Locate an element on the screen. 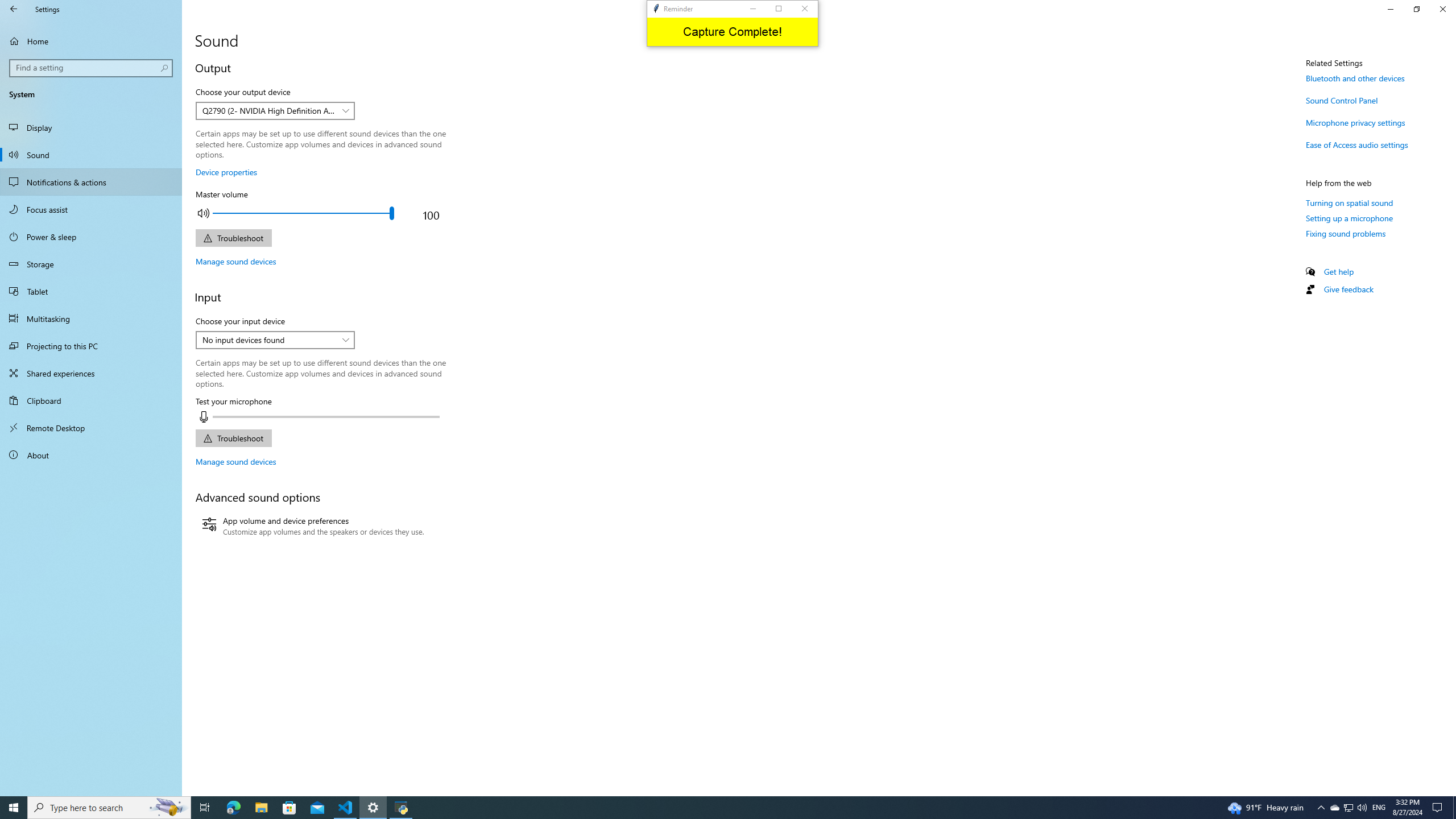 This screenshot has height=819, width=1456. 'Search box, Find a setting' is located at coordinates (91, 67).